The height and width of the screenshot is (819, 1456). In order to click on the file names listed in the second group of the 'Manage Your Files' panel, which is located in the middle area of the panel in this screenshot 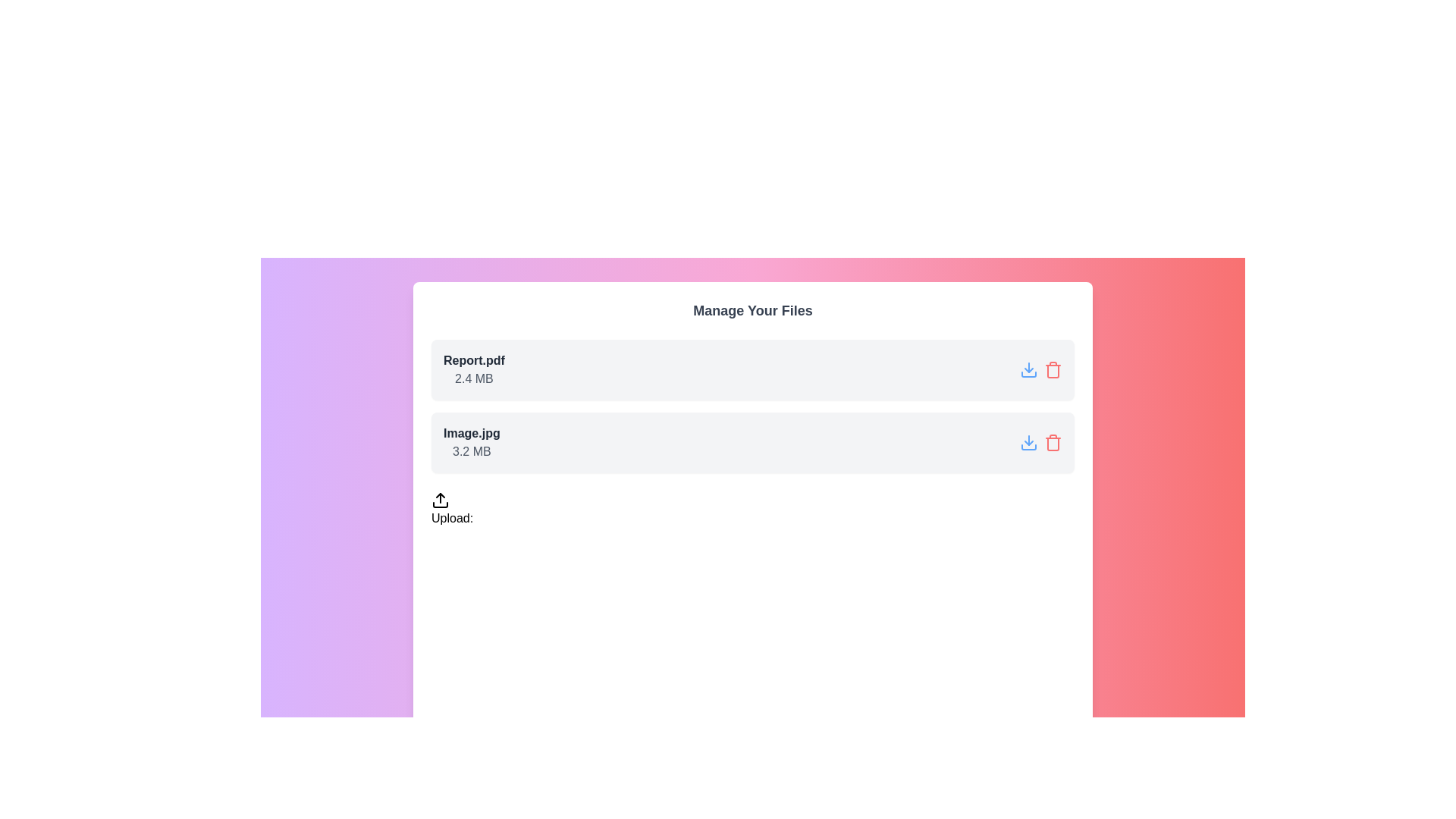, I will do `click(753, 406)`.